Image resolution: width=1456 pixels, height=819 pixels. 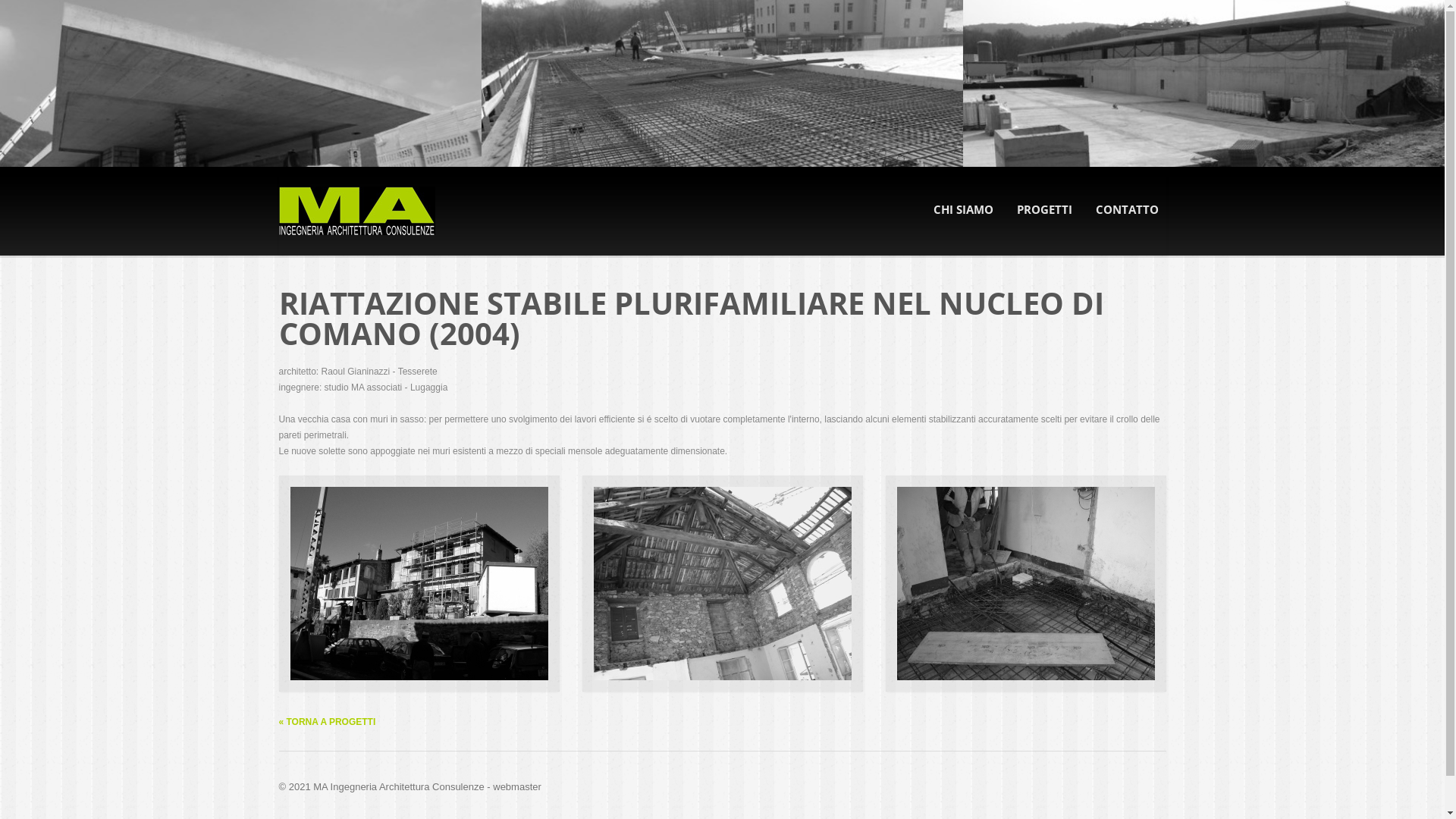 What do you see at coordinates (1087, 209) in the screenshot?
I see `'CONTATTO` at bounding box center [1087, 209].